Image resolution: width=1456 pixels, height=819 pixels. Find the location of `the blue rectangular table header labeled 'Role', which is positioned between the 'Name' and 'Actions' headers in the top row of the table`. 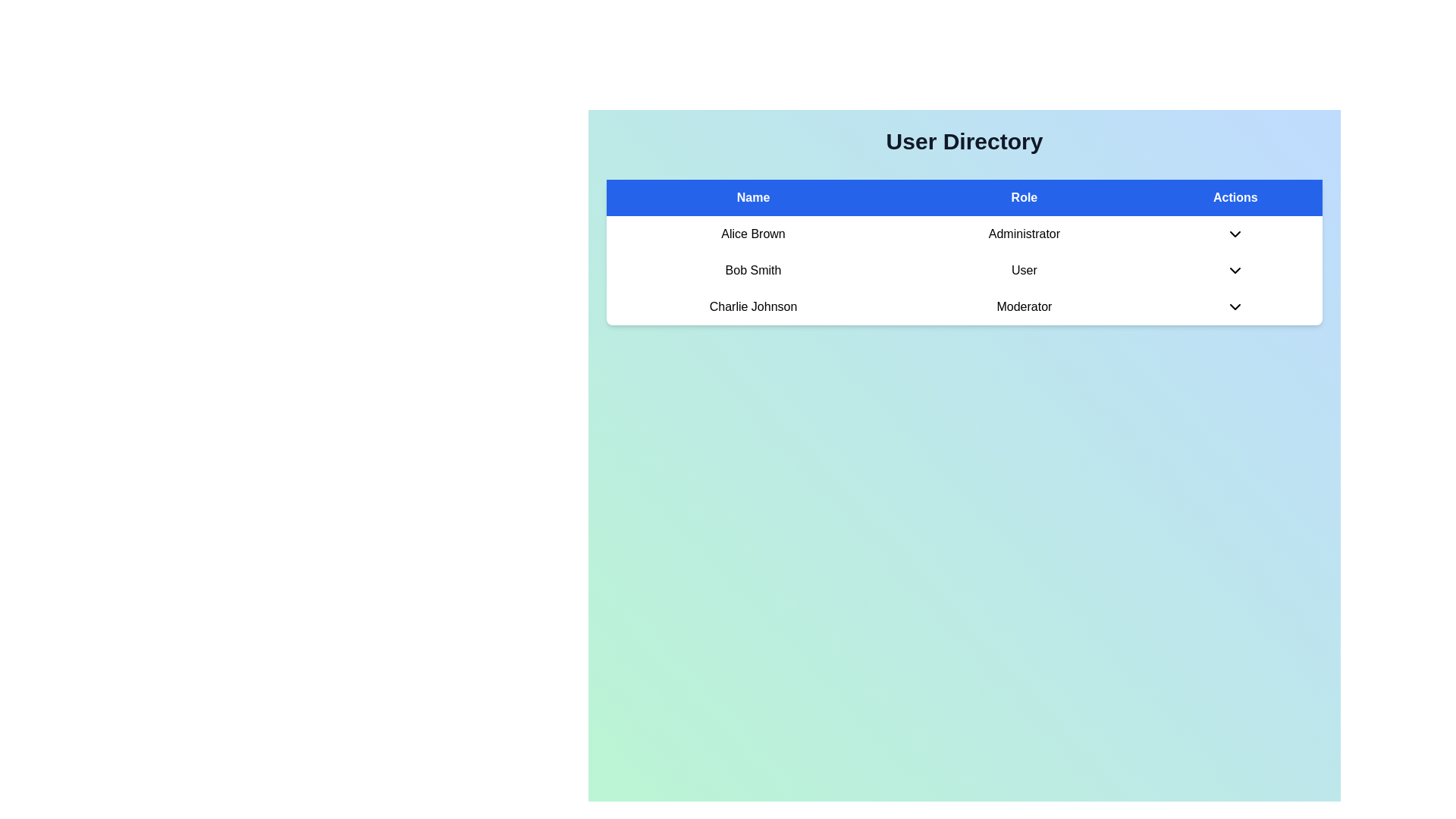

the blue rectangular table header labeled 'Role', which is positioned between the 'Name' and 'Actions' headers in the top row of the table is located at coordinates (1024, 197).